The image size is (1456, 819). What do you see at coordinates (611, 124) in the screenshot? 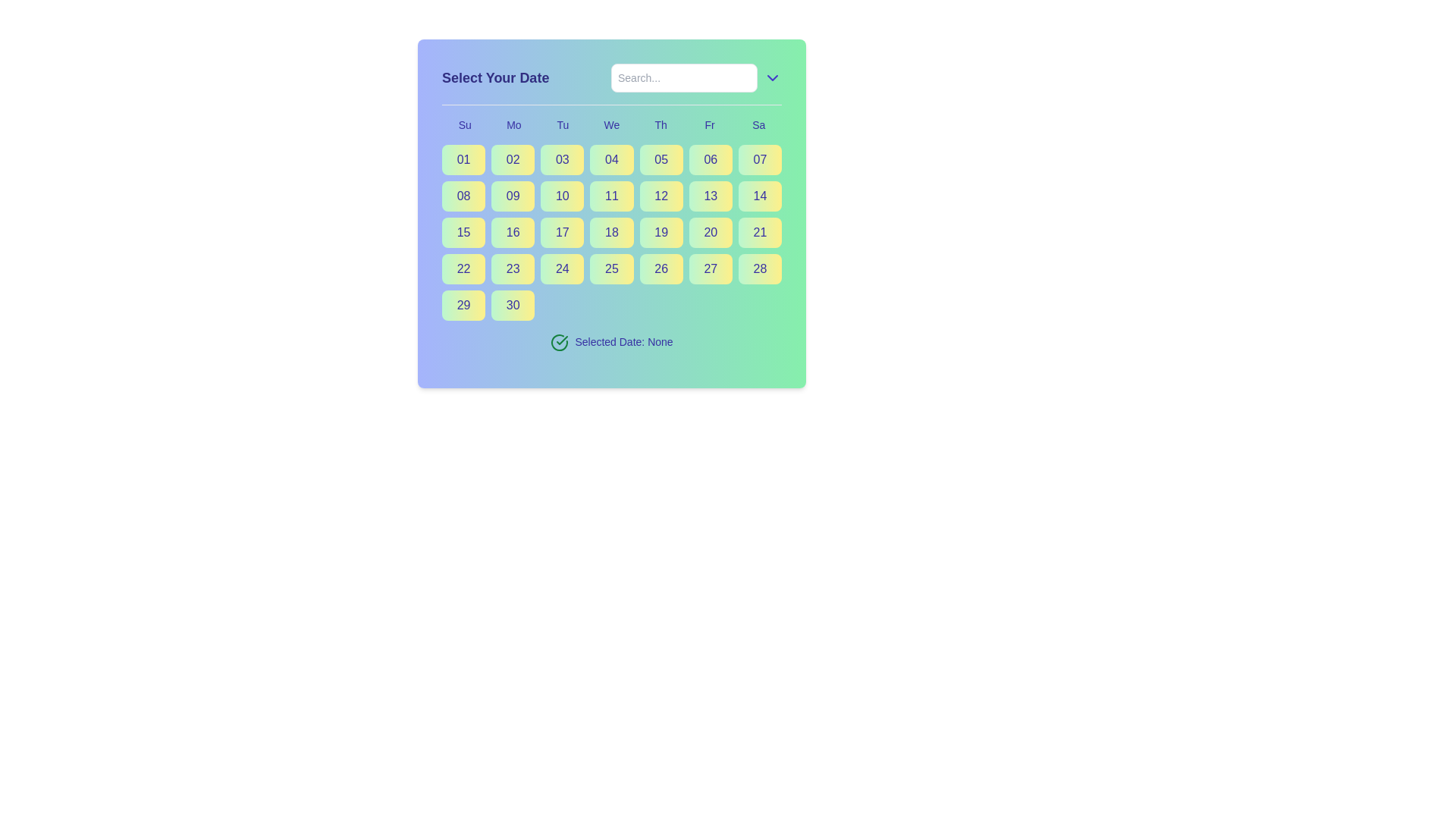
I see `the static textual header displaying the abbreviations of the days of the week, which is located centrally beneath the title 'Select Your Date' and above the calendar grid` at bounding box center [611, 124].